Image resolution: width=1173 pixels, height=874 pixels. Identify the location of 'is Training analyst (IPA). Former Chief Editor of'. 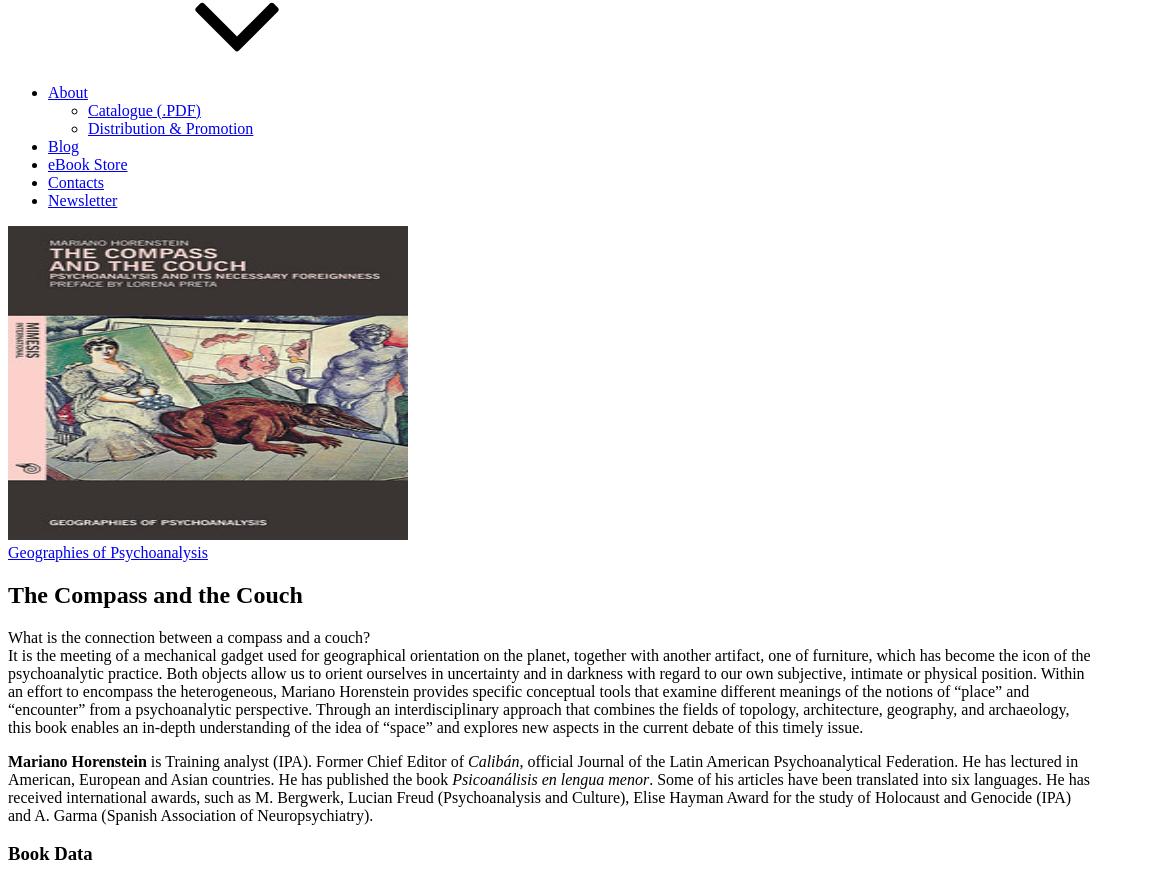
(305, 759).